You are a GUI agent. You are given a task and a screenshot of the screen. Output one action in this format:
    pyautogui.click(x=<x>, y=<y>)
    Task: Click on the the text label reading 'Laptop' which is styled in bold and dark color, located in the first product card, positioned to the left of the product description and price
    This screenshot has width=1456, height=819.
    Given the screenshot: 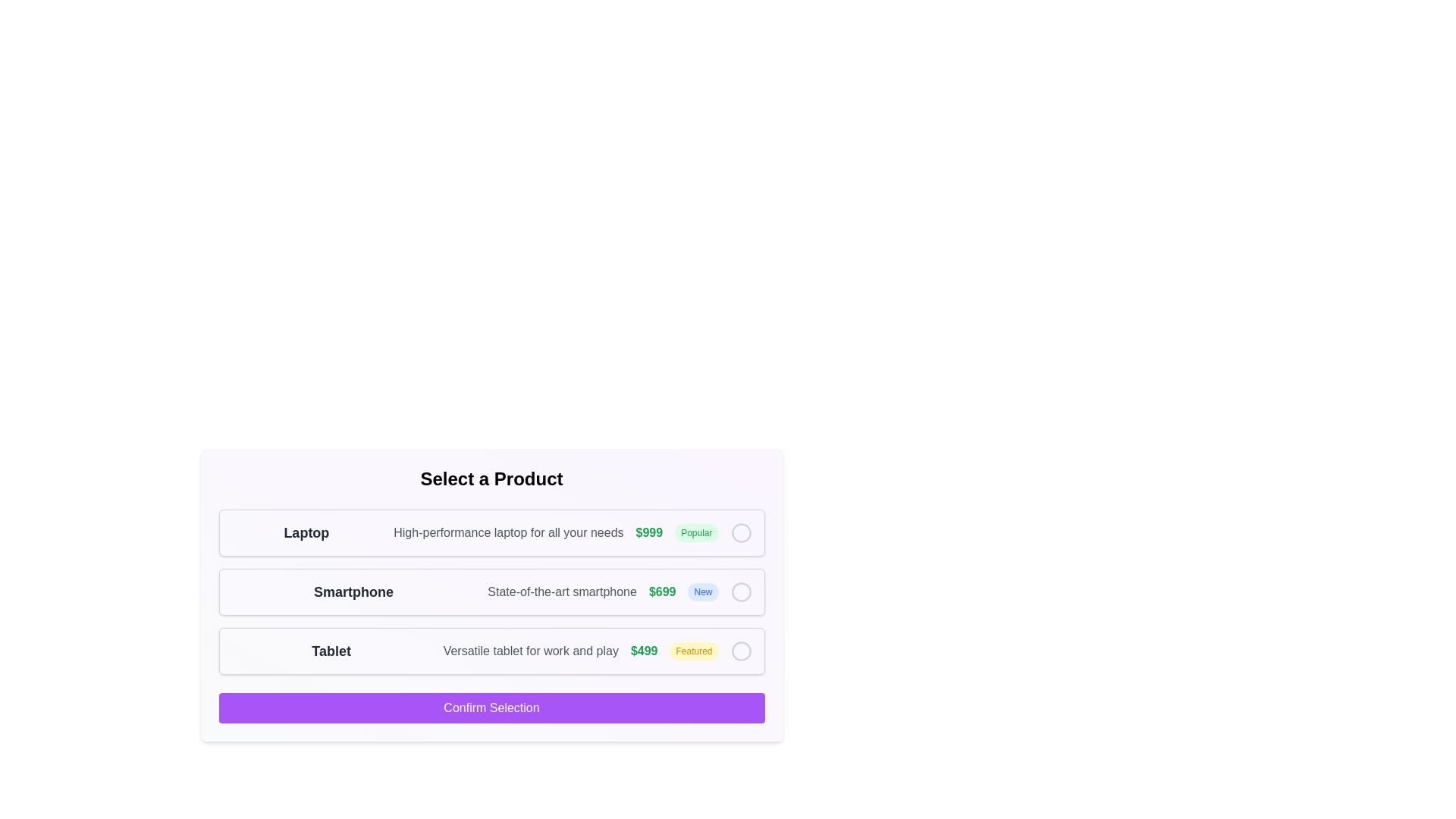 What is the action you would take?
    pyautogui.click(x=306, y=532)
    